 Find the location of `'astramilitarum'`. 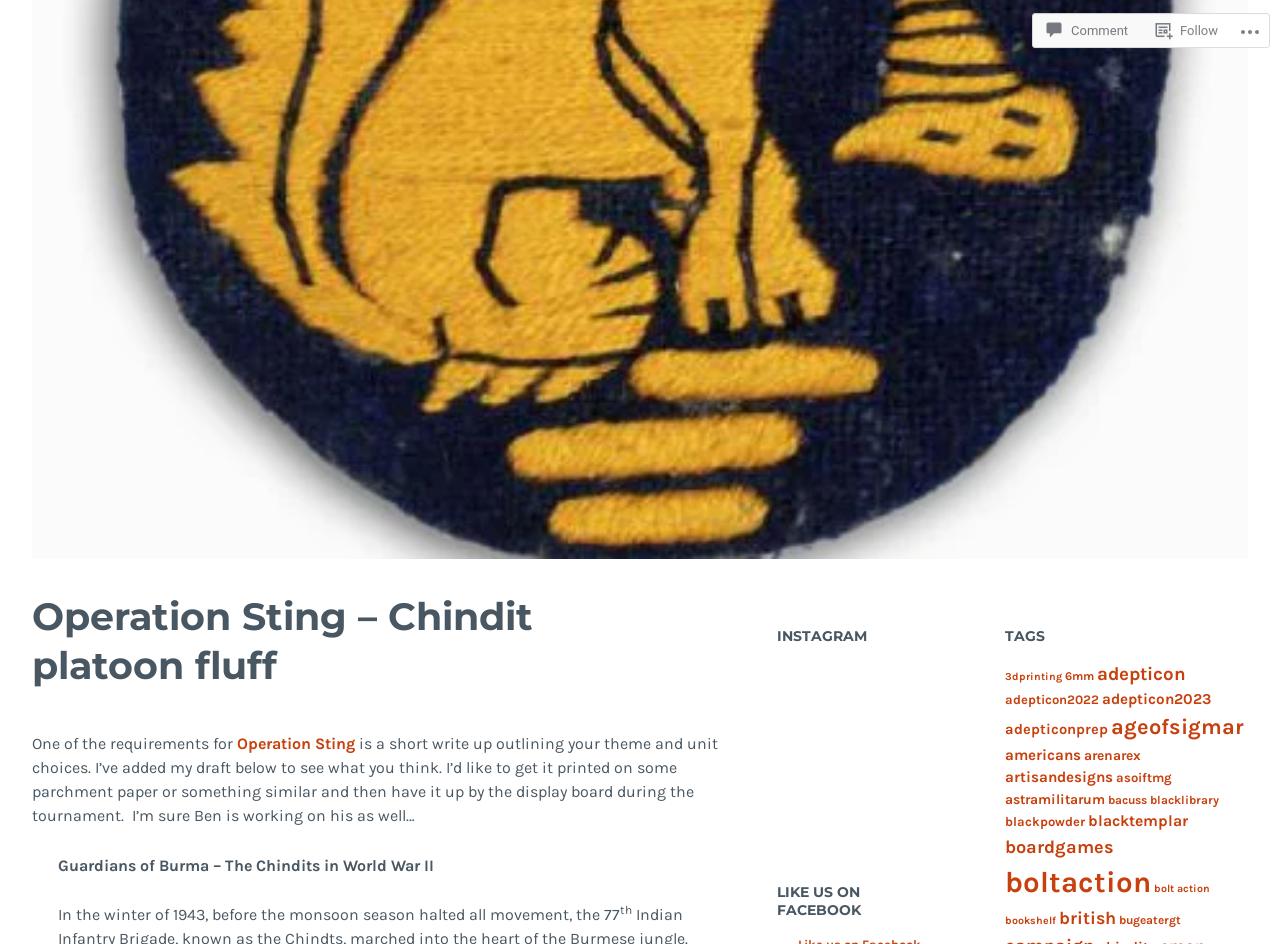

'astramilitarum' is located at coordinates (1052, 798).